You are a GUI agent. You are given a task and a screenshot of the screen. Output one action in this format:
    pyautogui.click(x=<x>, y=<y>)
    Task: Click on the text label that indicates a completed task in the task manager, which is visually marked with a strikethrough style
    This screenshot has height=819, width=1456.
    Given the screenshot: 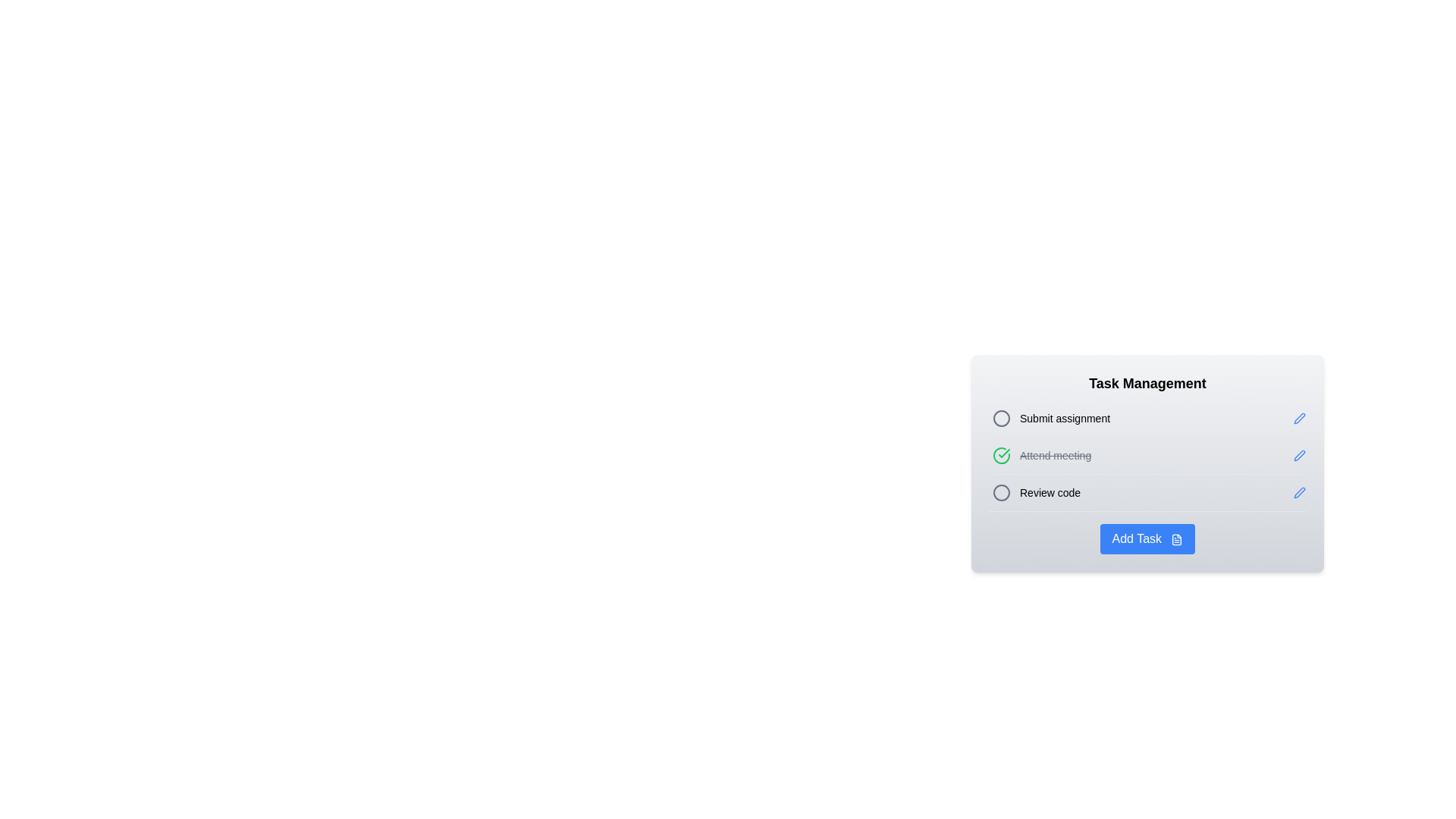 What is the action you would take?
    pyautogui.click(x=1055, y=455)
    